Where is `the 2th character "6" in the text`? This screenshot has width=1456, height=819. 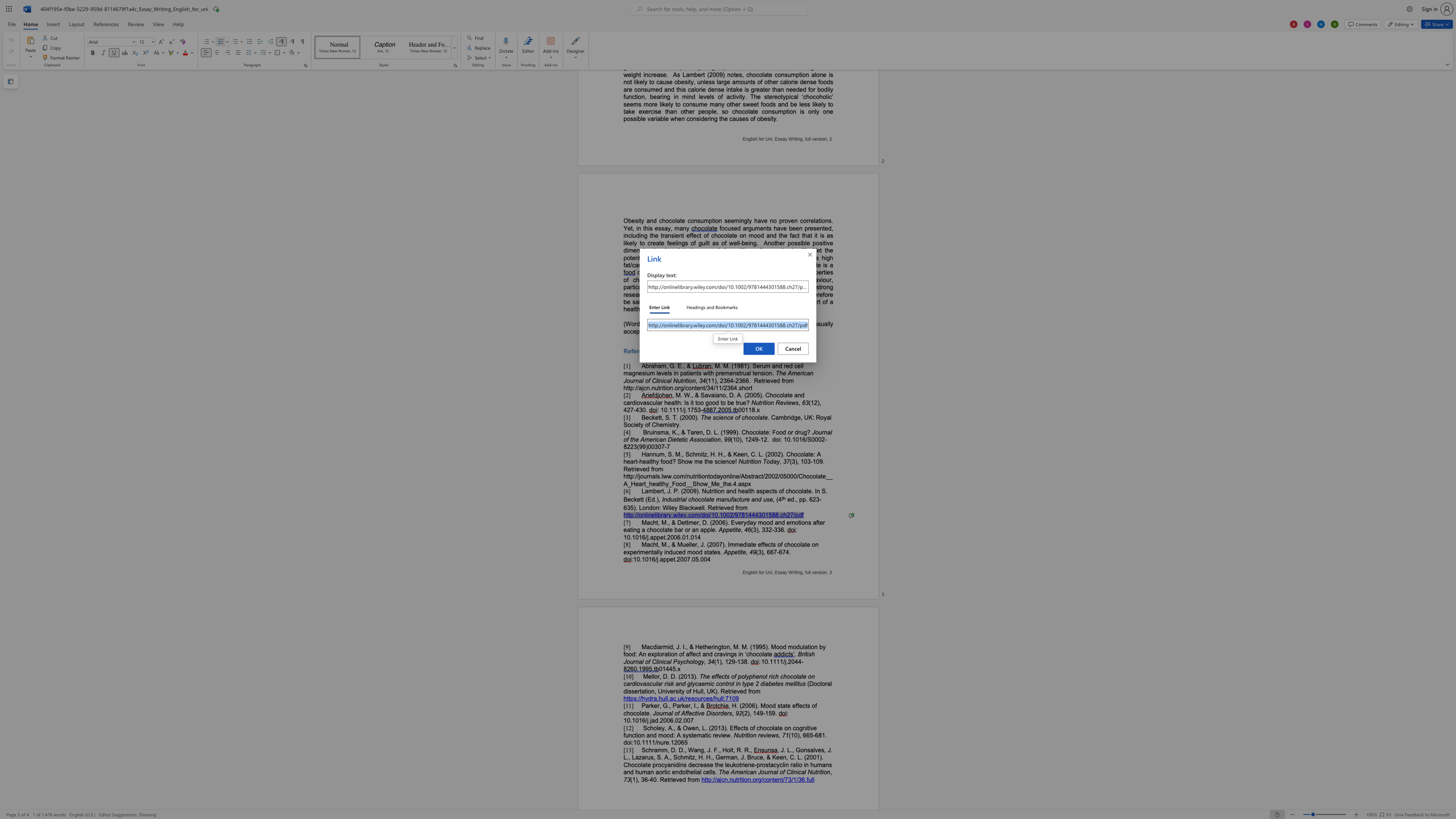 the 2th character "6" in the text is located at coordinates (671, 720).